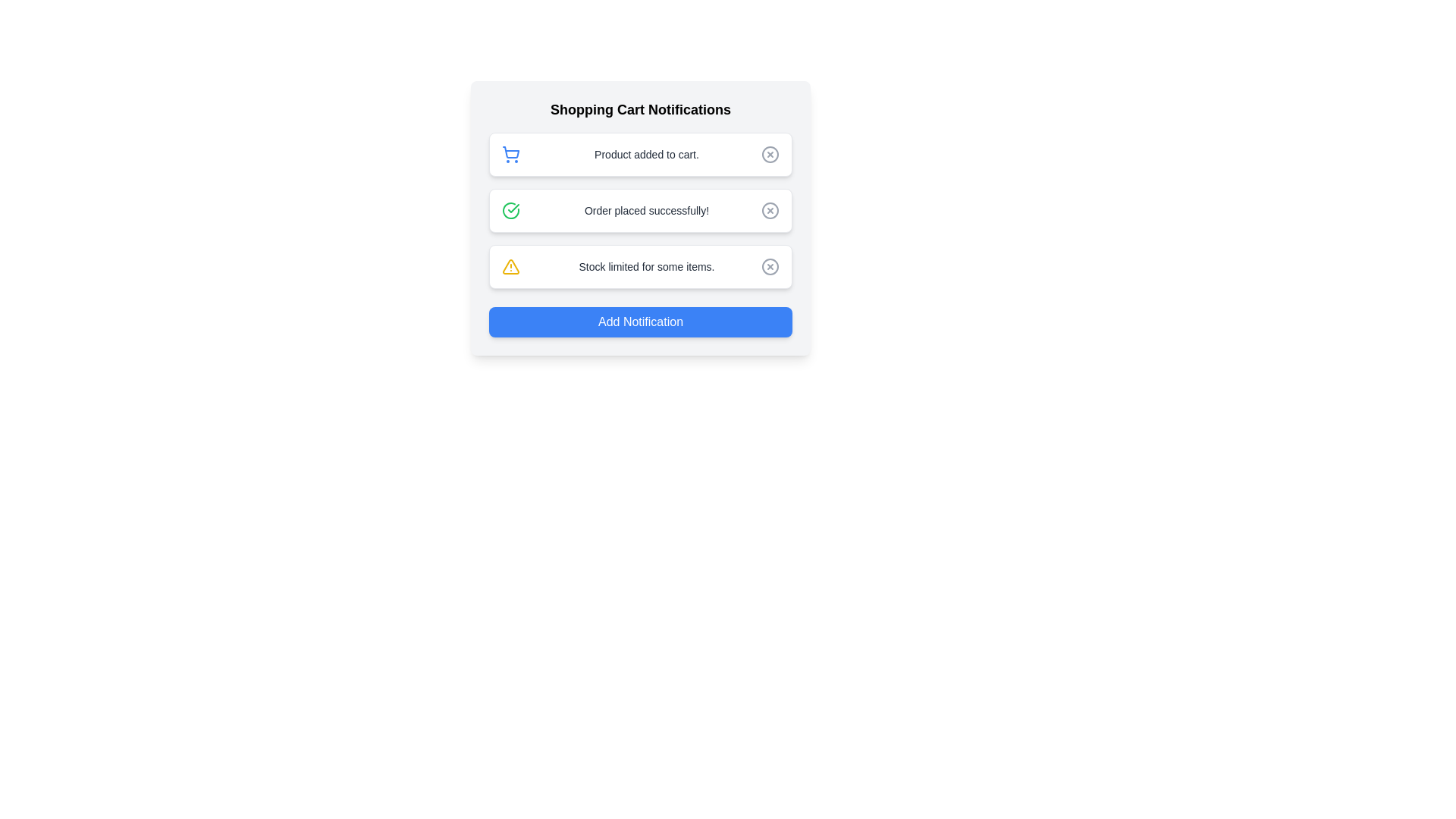  What do you see at coordinates (511, 152) in the screenshot?
I see `the shopping cart icon with a blue outline located in the topmost notification card under 'Shopping Cart Notifications', positioned to the left of the text 'Product added to cart.'` at bounding box center [511, 152].